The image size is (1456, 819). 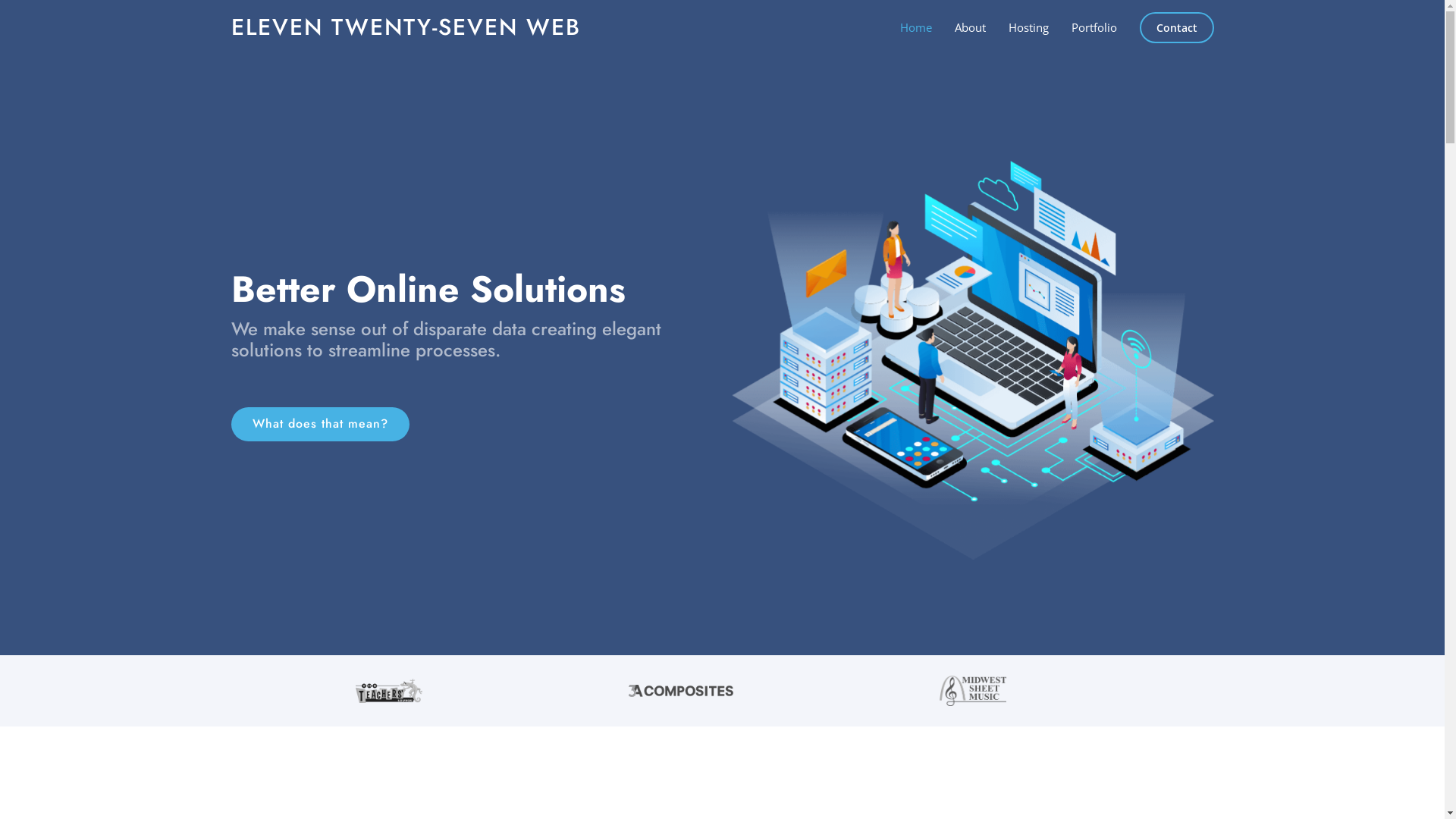 I want to click on 'Home', so click(x=903, y=27).